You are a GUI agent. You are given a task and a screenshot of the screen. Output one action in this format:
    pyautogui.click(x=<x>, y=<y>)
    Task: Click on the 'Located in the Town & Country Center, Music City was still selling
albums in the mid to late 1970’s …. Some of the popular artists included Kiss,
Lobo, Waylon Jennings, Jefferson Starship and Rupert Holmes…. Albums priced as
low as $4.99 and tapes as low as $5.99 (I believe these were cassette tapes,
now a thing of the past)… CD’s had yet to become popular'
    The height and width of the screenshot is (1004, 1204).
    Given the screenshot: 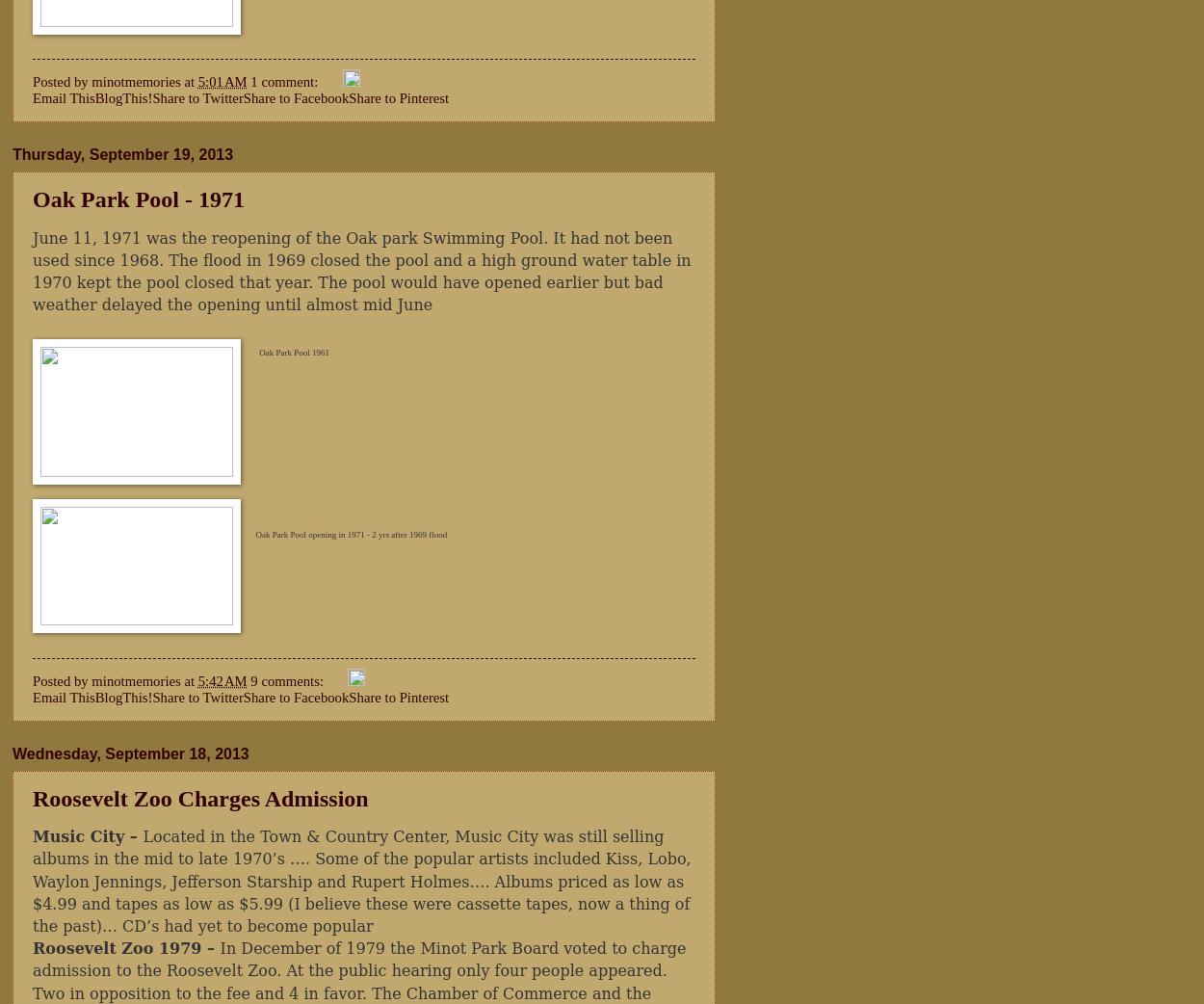 What is the action you would take?
    pyautogui.click(x=361, y=880)
    